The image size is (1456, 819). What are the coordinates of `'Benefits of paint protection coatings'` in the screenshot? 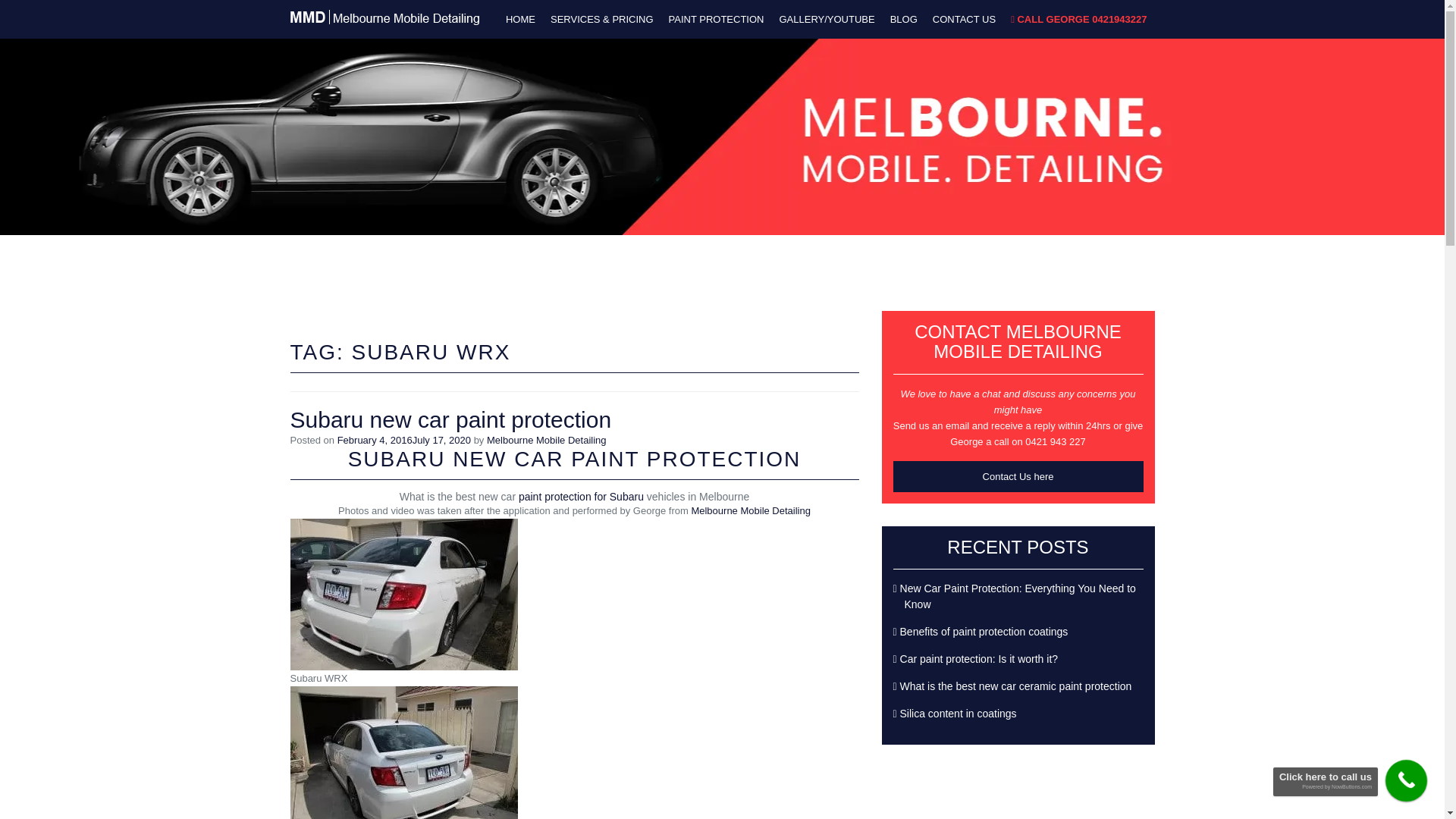 It's located at (984, 632).